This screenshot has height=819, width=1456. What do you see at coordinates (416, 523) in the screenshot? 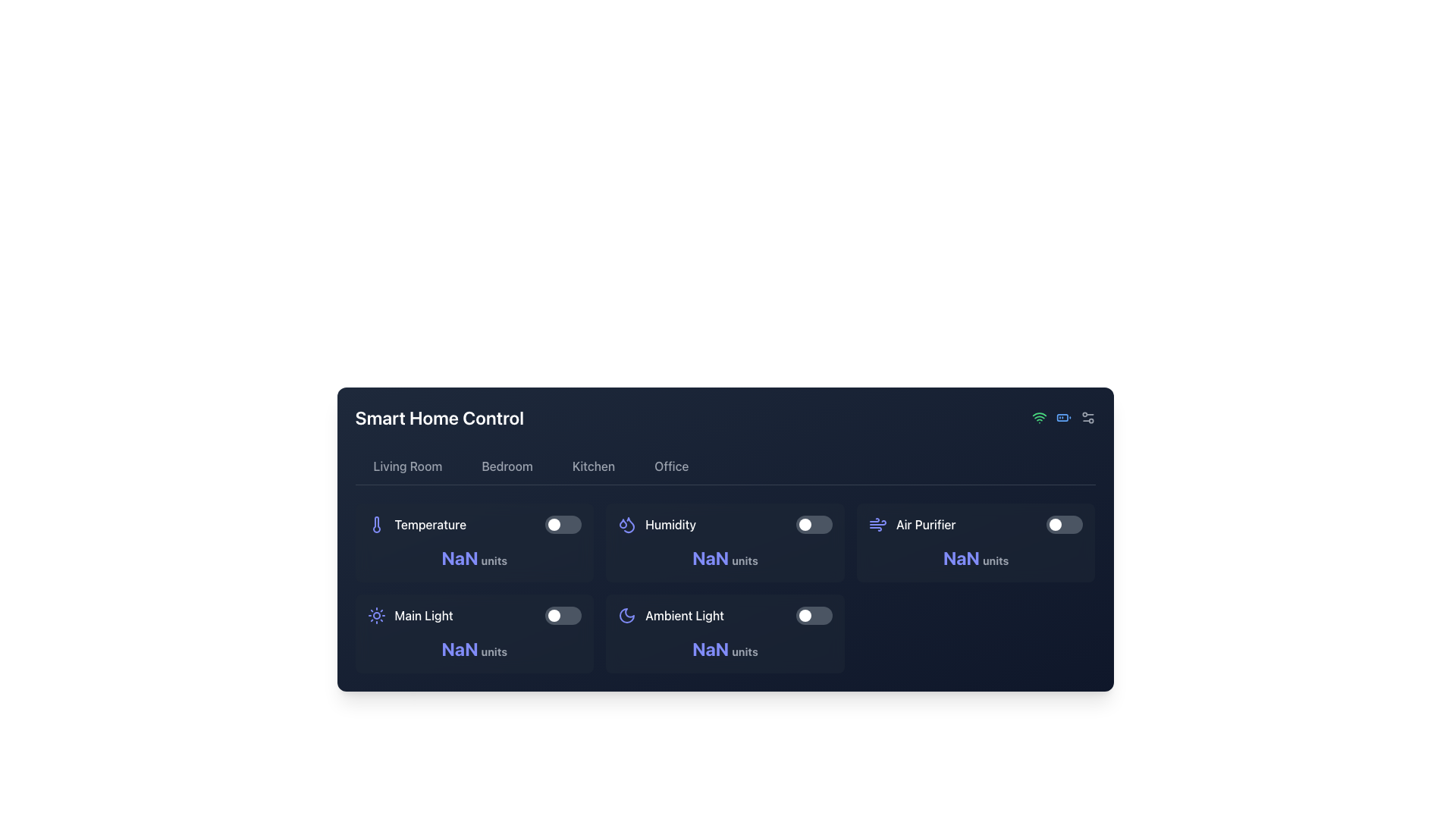
I see `the 'Temperature' label with the thermometer icon located in the top-left corner of the 'Smart Home Control' interface` at bounding box center [416, 523].